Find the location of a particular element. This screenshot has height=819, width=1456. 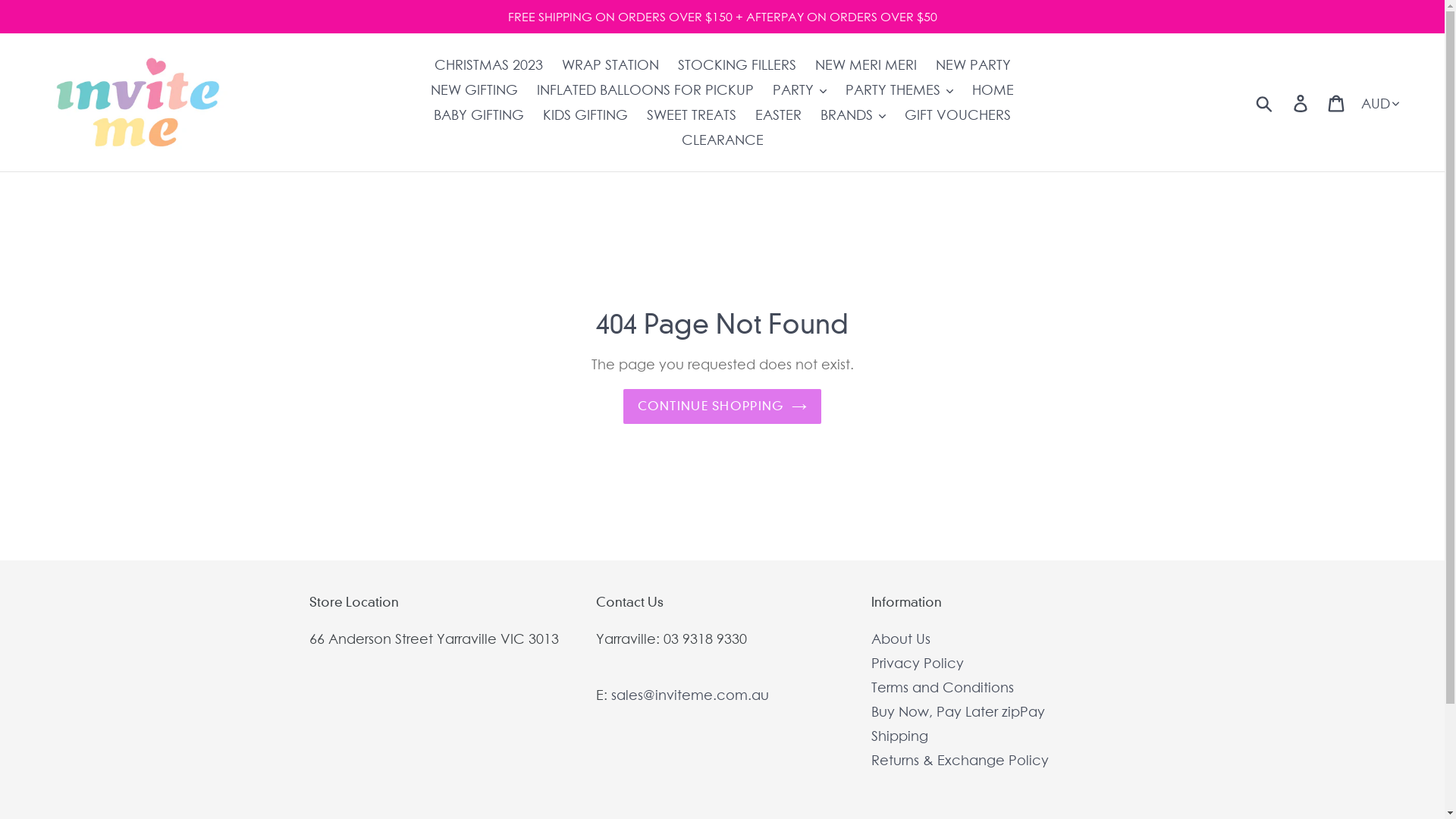

'Shipping' is located at coordinates (899, 735).